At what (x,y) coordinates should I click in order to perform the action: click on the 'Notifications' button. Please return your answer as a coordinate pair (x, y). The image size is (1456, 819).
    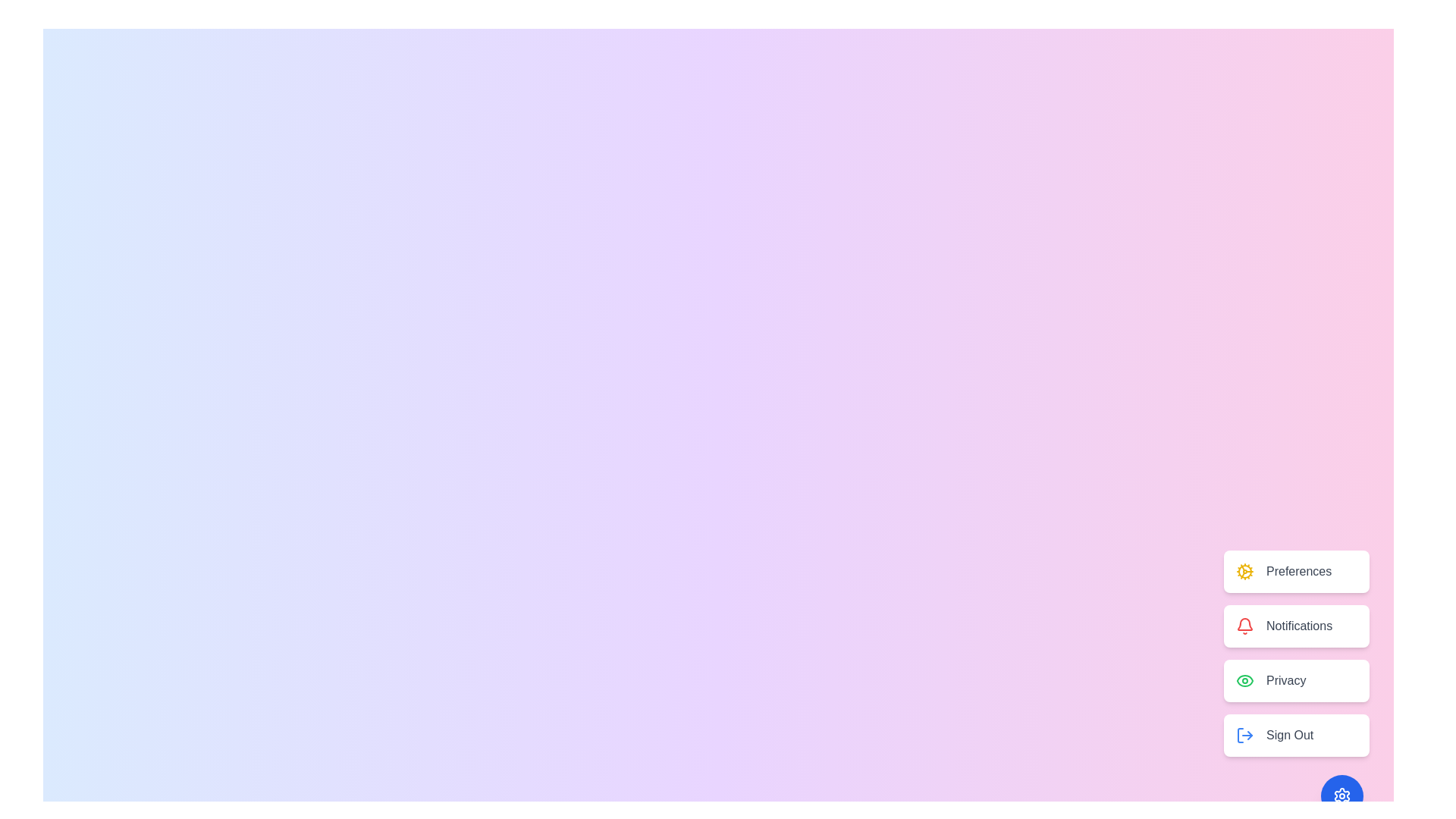
    Looking at the image, I should click on (1295, 626).